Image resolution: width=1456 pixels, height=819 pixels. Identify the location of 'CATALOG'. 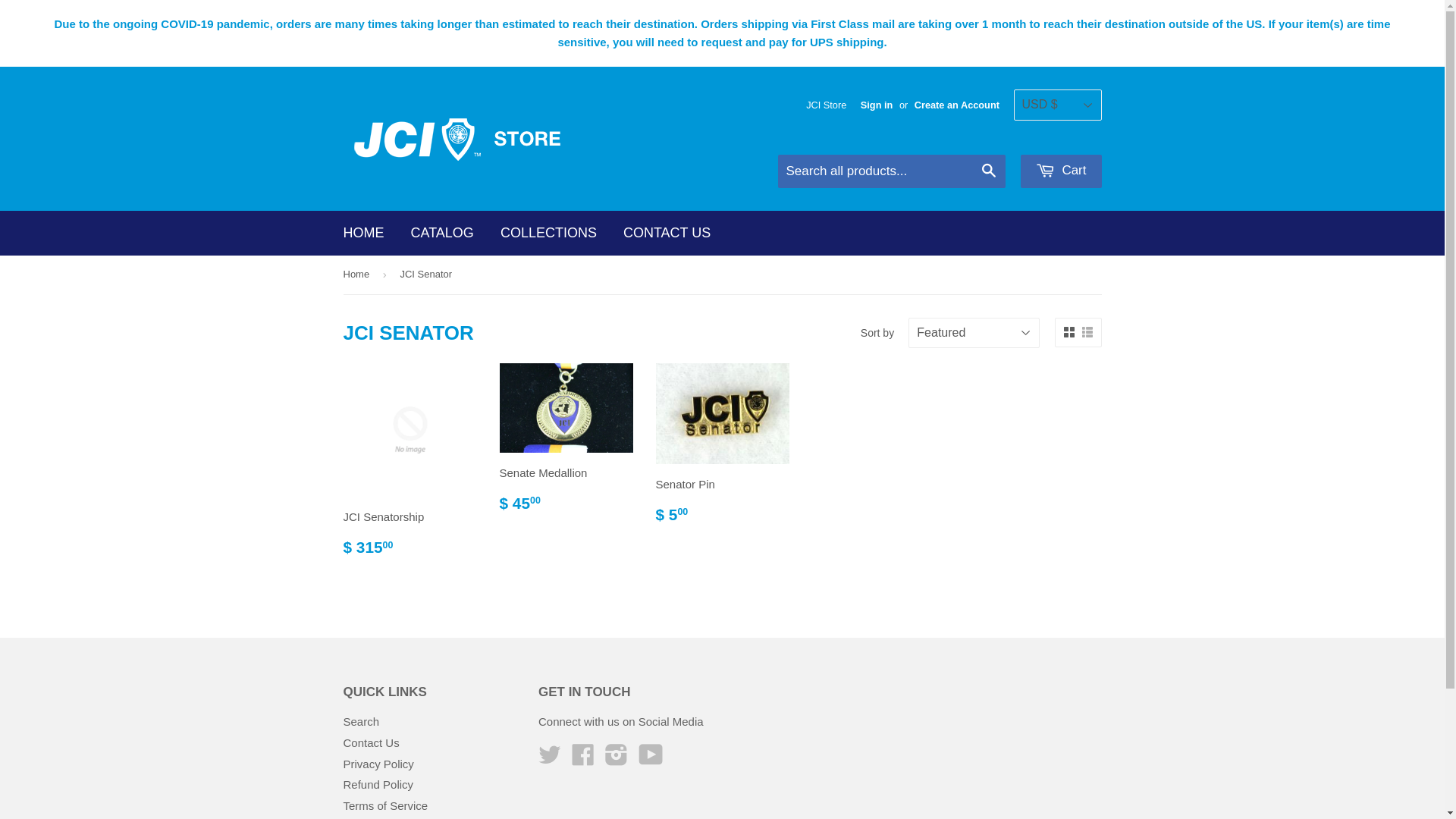
(441, 233).